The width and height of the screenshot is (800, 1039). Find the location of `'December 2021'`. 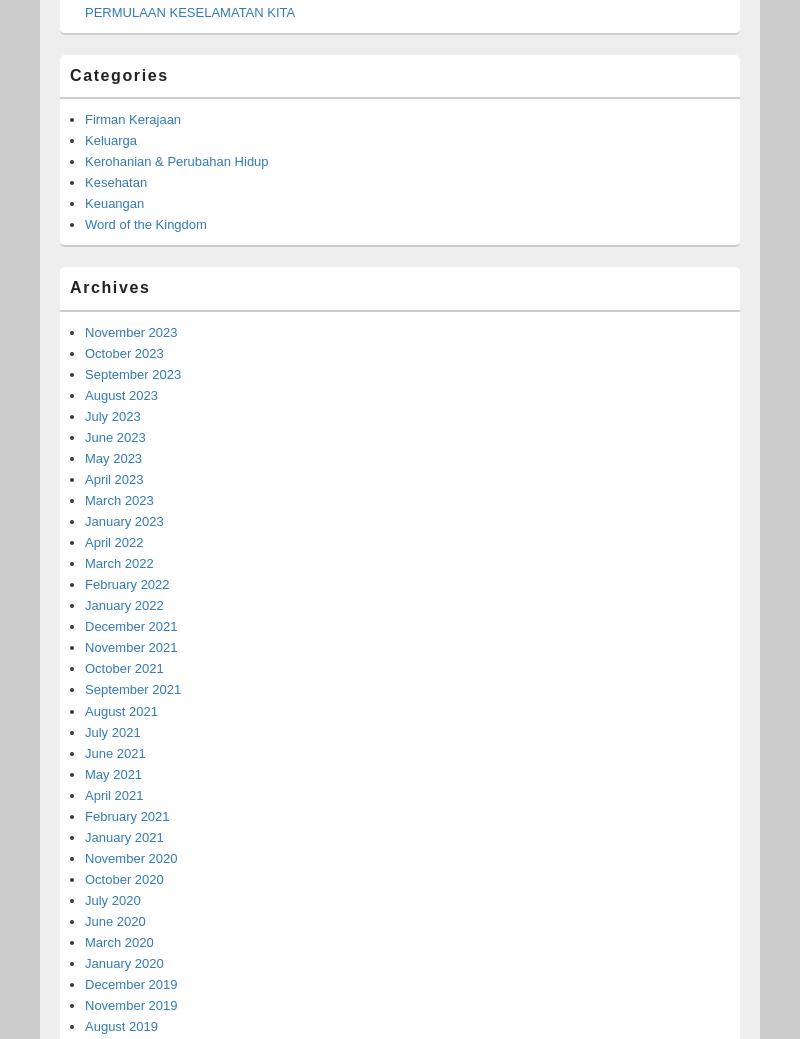

'December 2021' is located at coordinates (130, 626).